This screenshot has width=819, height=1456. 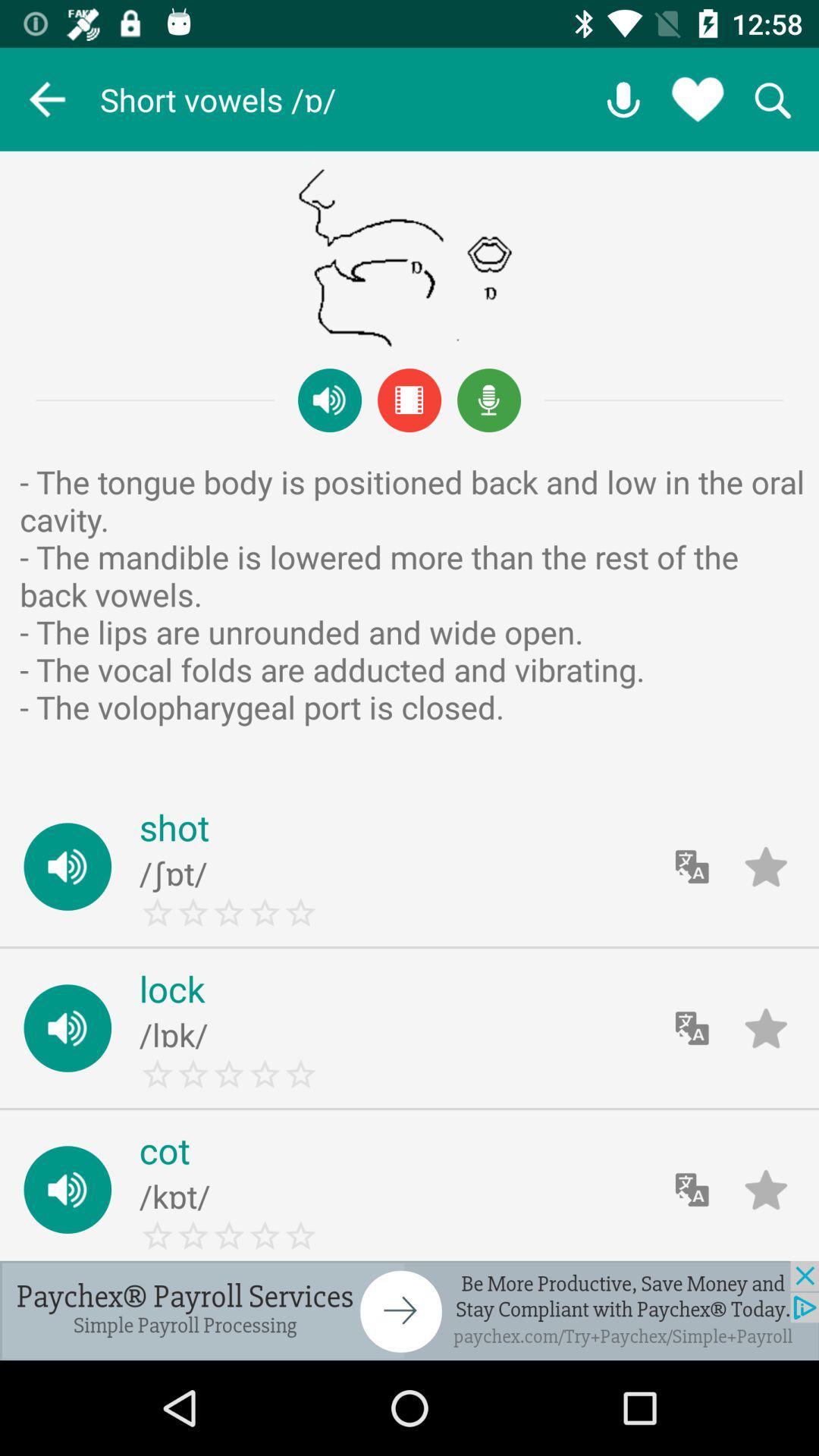 I want to click on the search icon, so click(x=771, y=99).